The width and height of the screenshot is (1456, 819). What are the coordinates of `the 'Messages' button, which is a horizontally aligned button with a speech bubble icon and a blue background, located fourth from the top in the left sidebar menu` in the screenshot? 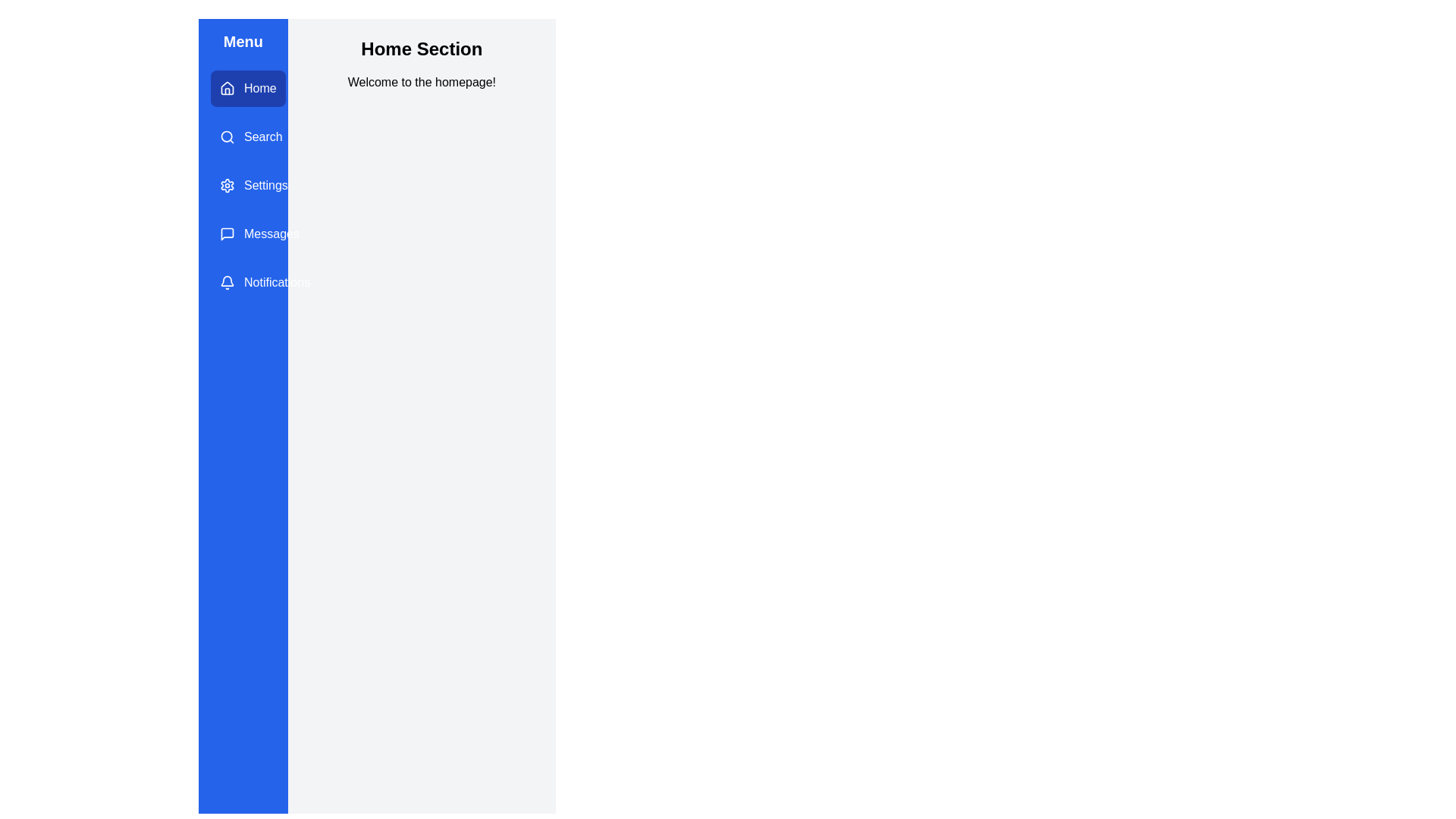 It's located at (259, 234).